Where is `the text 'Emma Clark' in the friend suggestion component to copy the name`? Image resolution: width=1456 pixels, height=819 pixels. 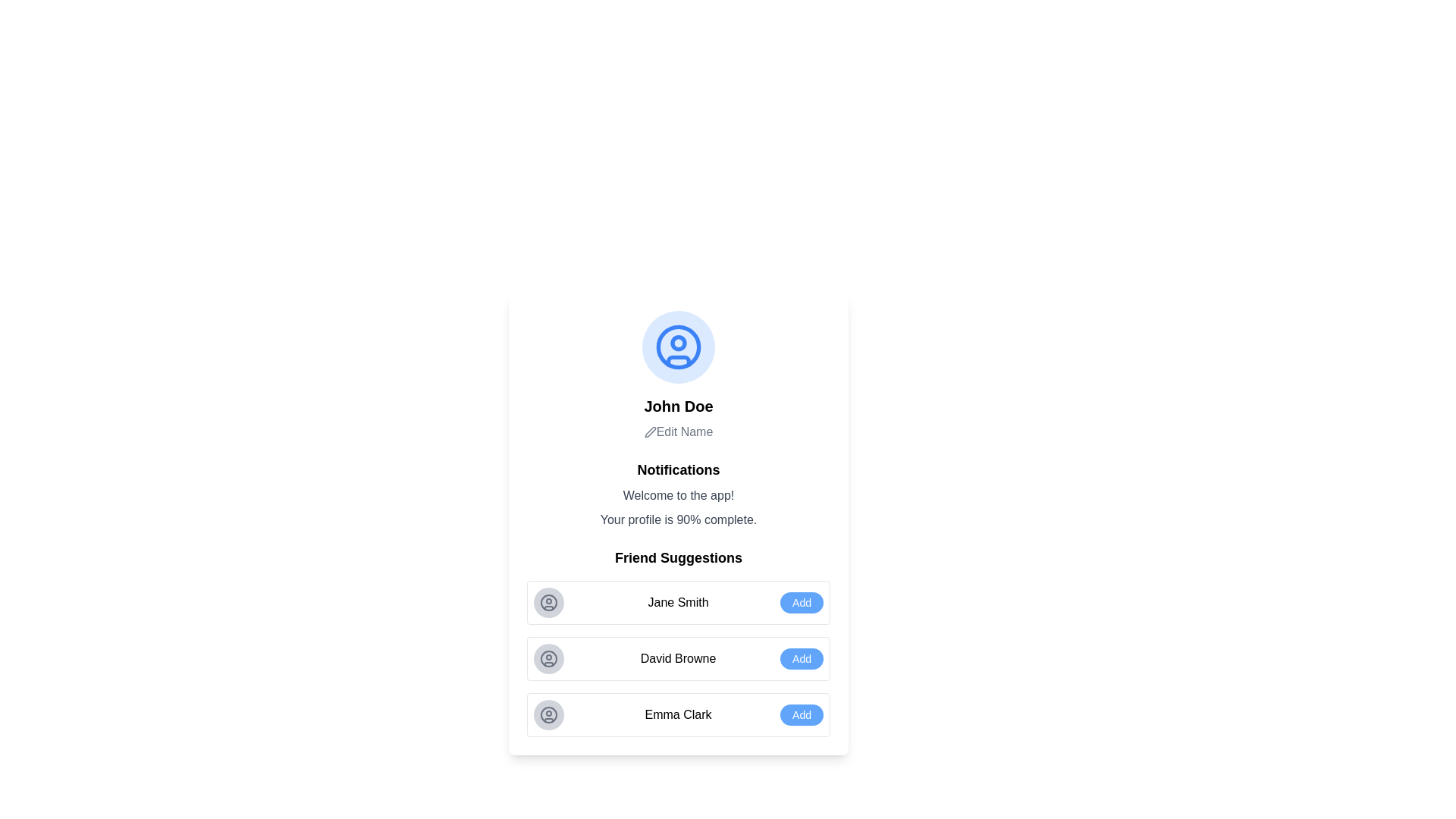 the text 'Emma Clark' in the friend suggestion component to copy the name is located at coordinates (677, 714).